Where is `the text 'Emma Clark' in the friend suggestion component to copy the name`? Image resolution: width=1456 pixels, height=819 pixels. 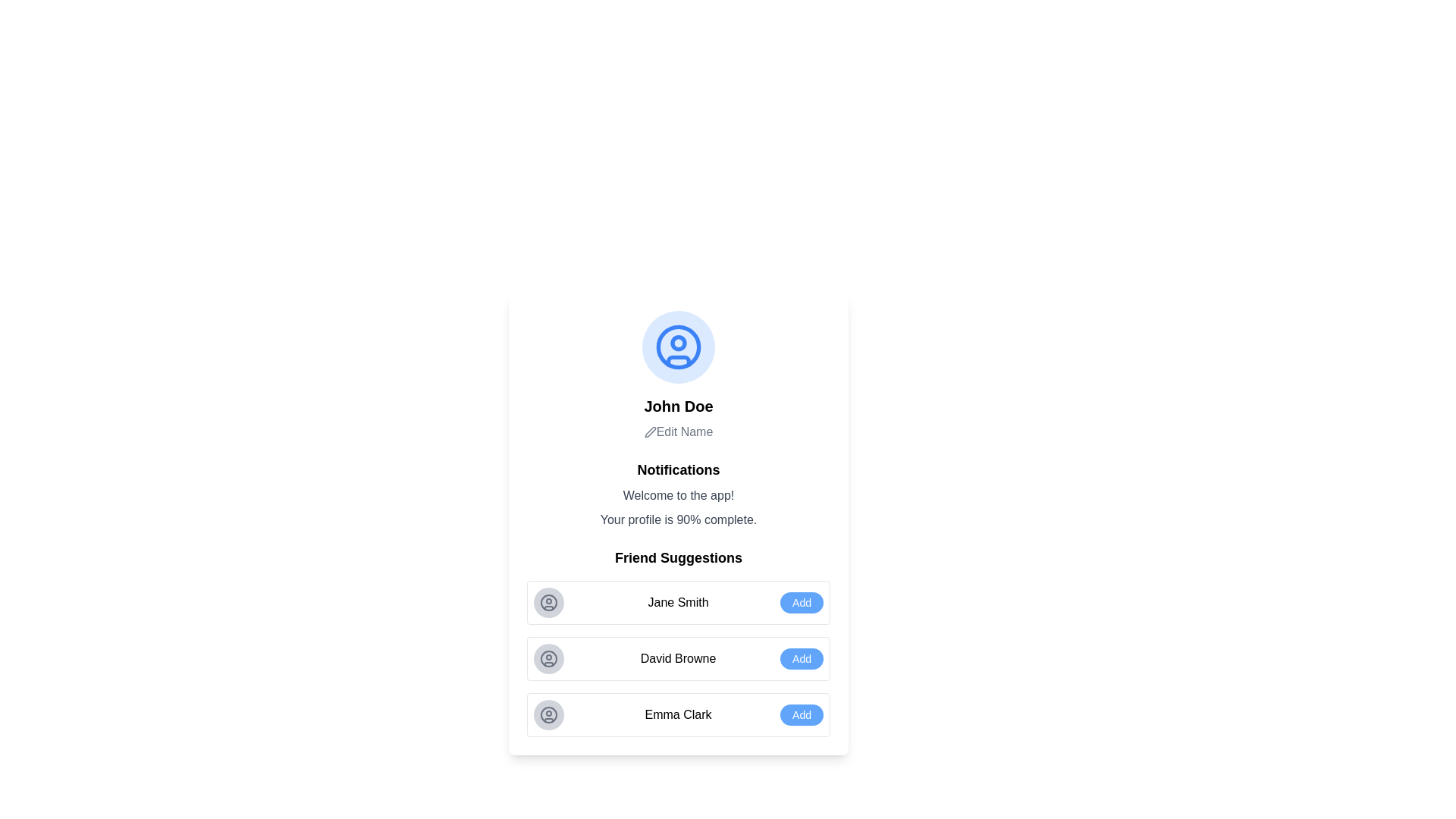 the text 'Emma Clark' in the friend suggestion component to copy the name is located at coordinates (677, 714).